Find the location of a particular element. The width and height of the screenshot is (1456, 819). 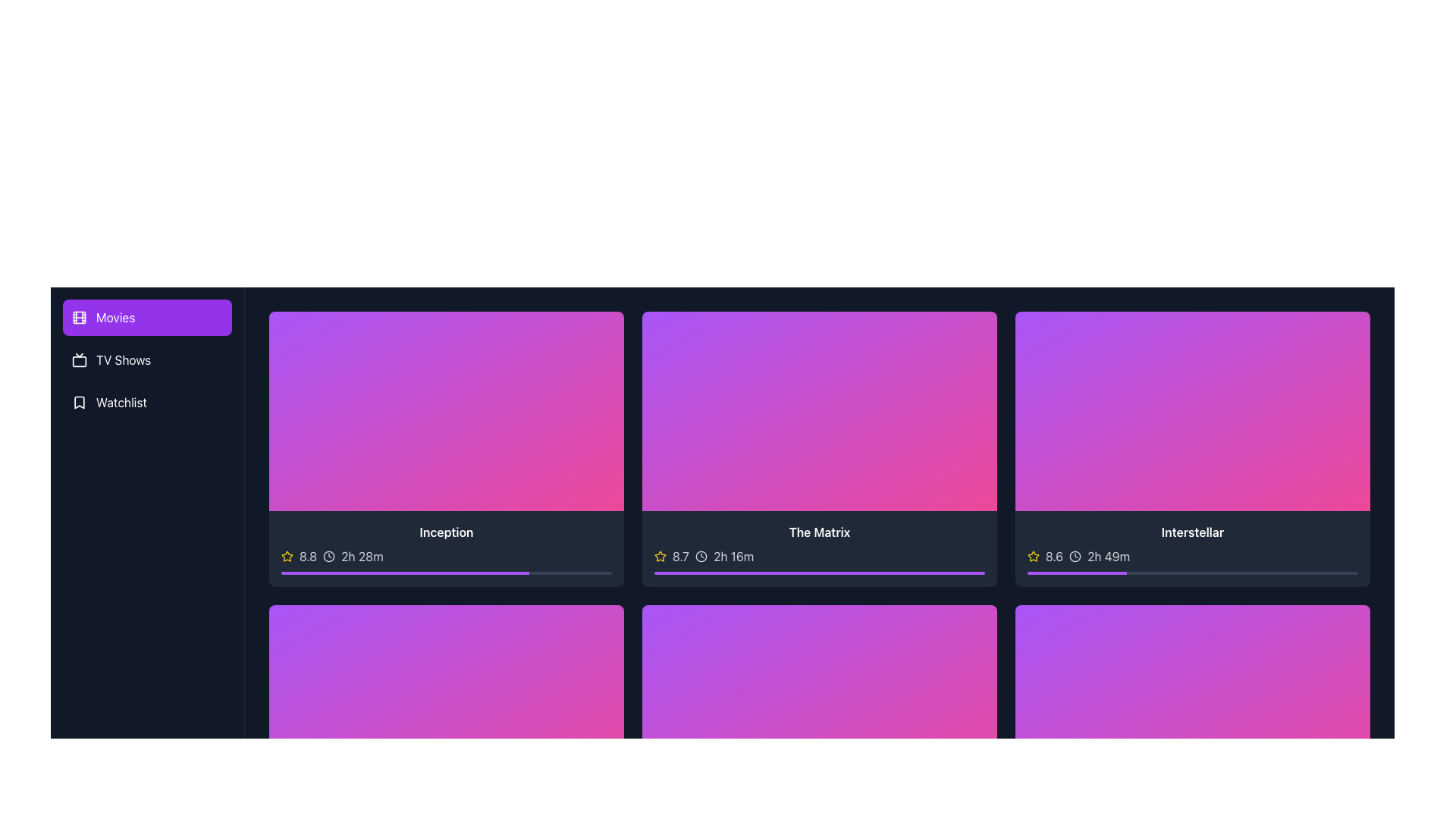

the progress visually by focusing on the purple progress bar located beneath the movie entry labeled 'Inception' is located at coordinates (405, 573).